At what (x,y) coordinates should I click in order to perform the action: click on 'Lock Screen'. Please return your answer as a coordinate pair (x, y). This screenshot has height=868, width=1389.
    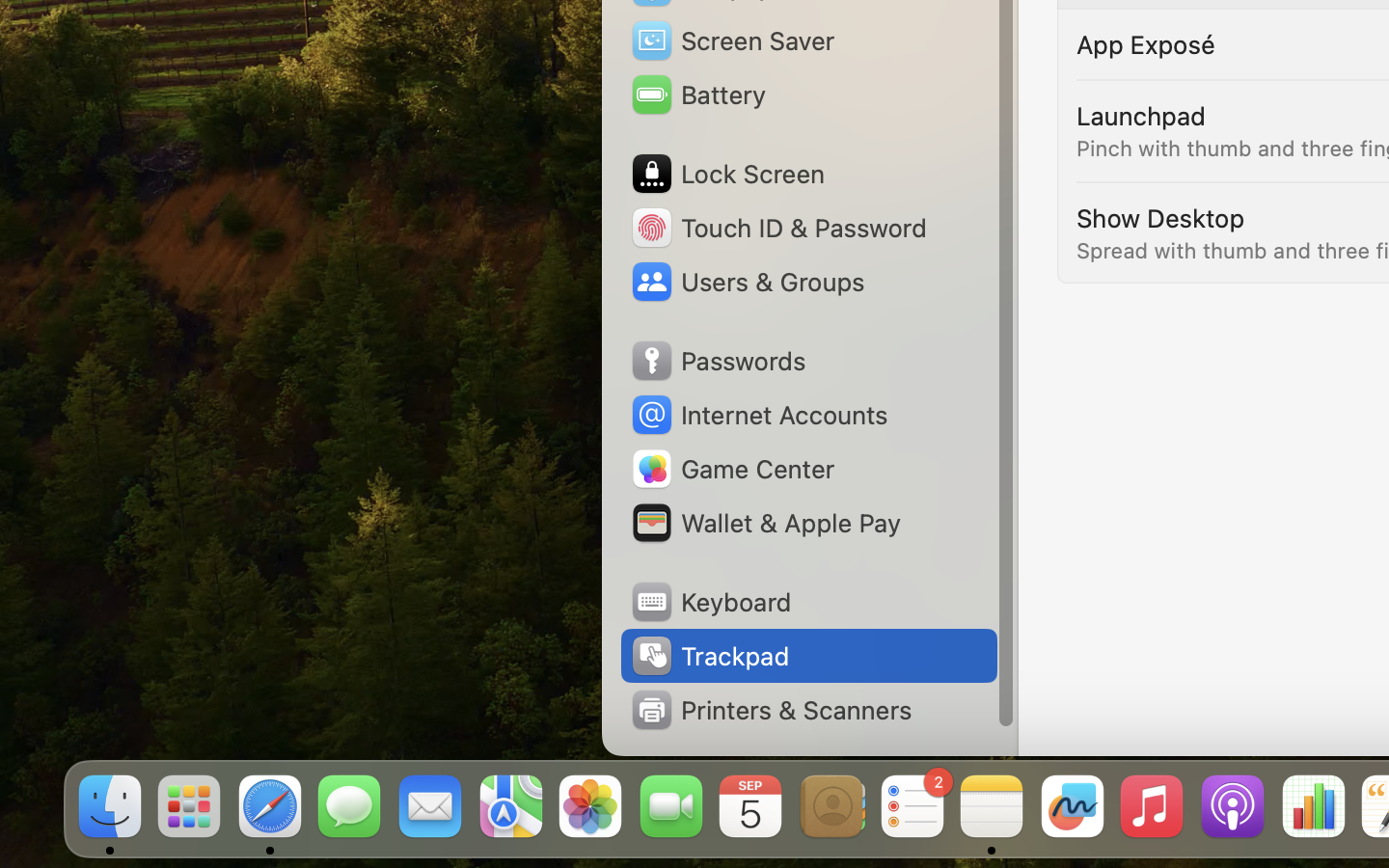
    Looking at the image, I should click on (725, 174).